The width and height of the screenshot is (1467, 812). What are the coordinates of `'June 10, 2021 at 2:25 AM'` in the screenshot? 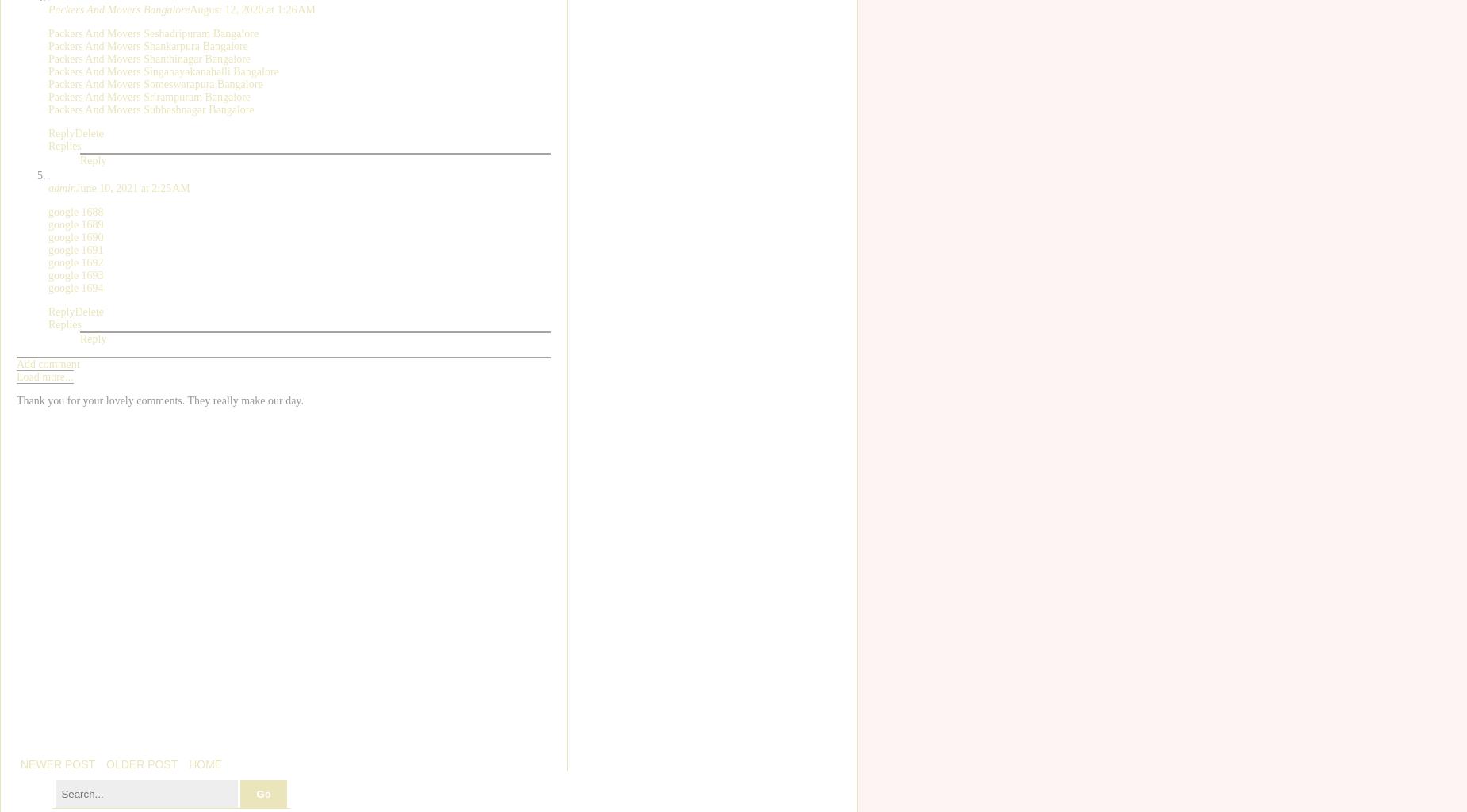 It's located at (75, 186).